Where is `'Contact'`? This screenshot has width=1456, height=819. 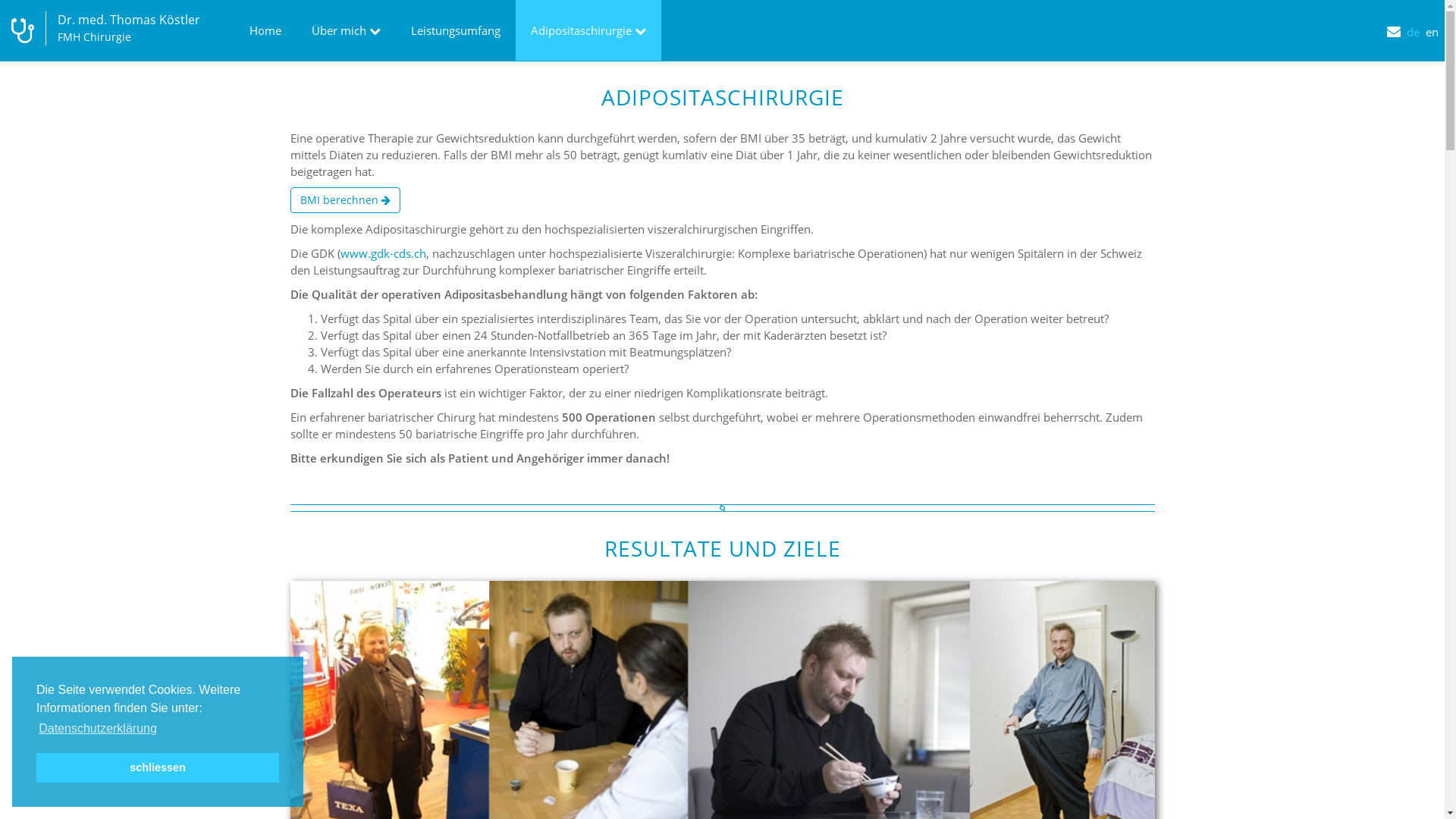
'Contact' is located at coordinates (1396, 19).